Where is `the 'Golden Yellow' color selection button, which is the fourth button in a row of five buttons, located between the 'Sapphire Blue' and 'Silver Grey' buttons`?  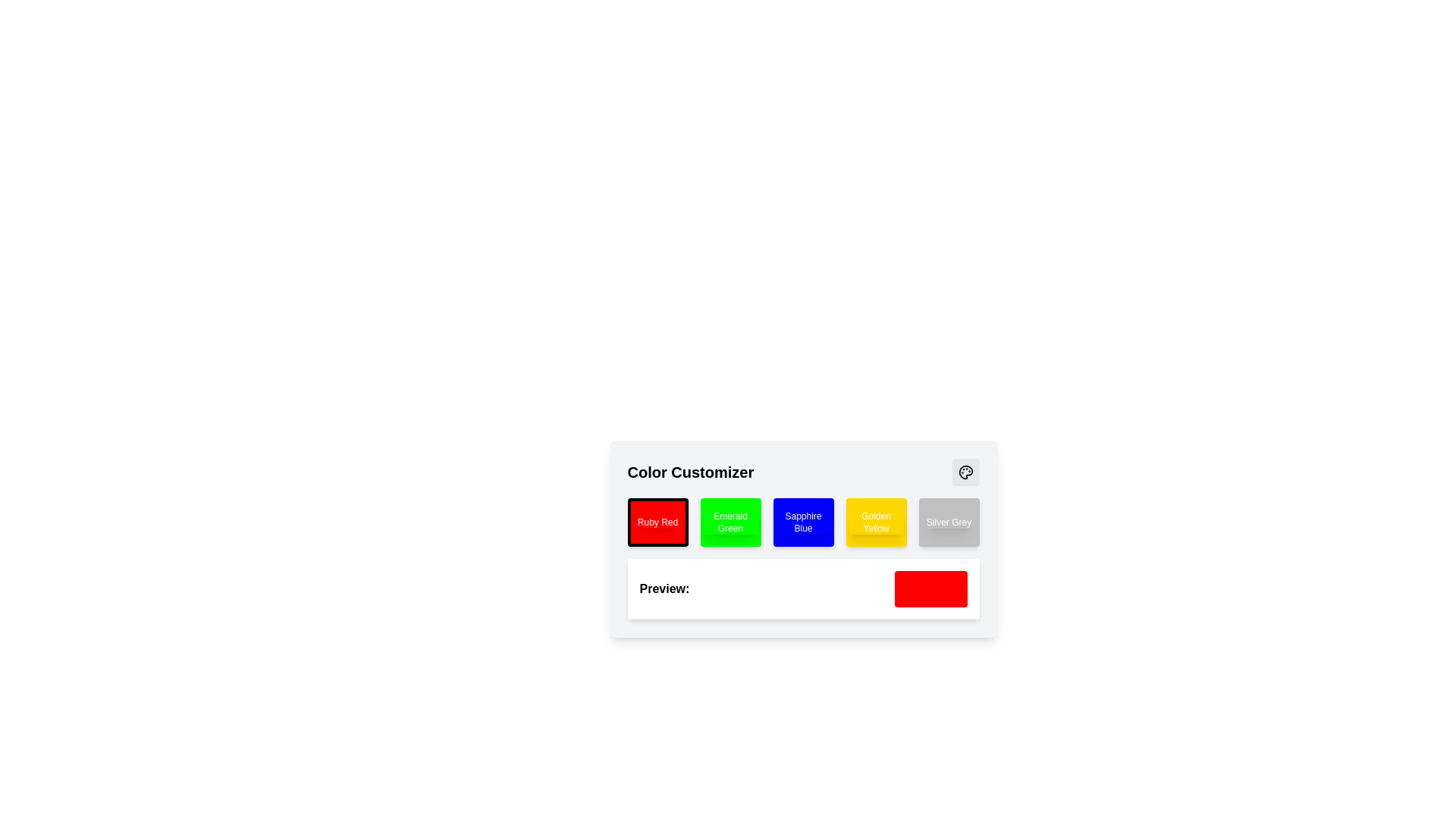 the 'Golden Yellow' color selection button, which is the fourth button in a row of five buttons, located between the 'Sapphire Blue' and 'Silver Grey' buttons is located at coordinates (876, 522).